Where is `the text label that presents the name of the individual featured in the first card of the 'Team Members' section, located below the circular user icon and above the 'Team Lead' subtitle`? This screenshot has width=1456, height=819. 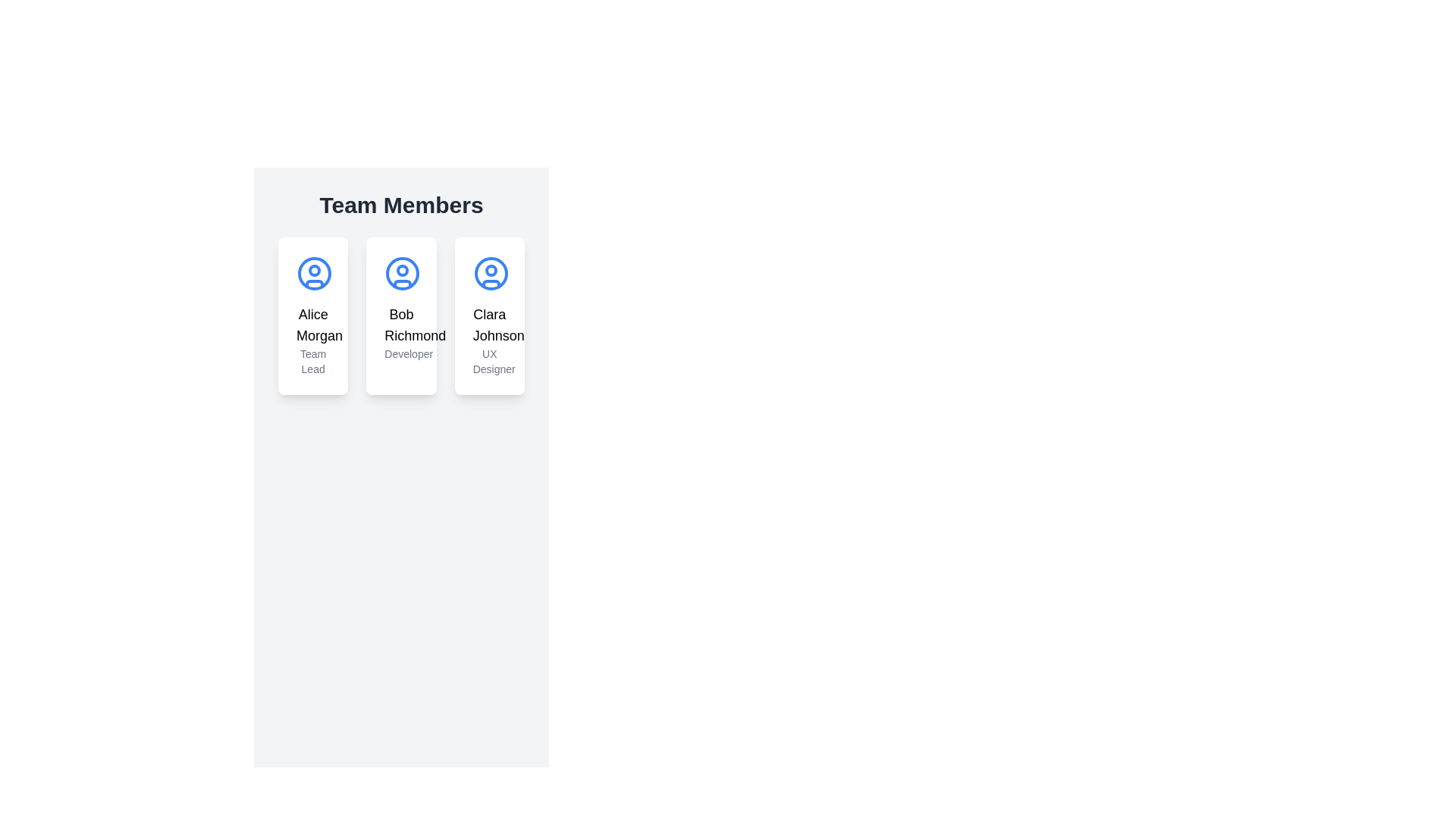
the text label that presents the name of the individual featured in the first card of the 'Team Members' section, located below the circular user icon and above the 'Team Lead' subtitle is located at coordinates (312, 324).